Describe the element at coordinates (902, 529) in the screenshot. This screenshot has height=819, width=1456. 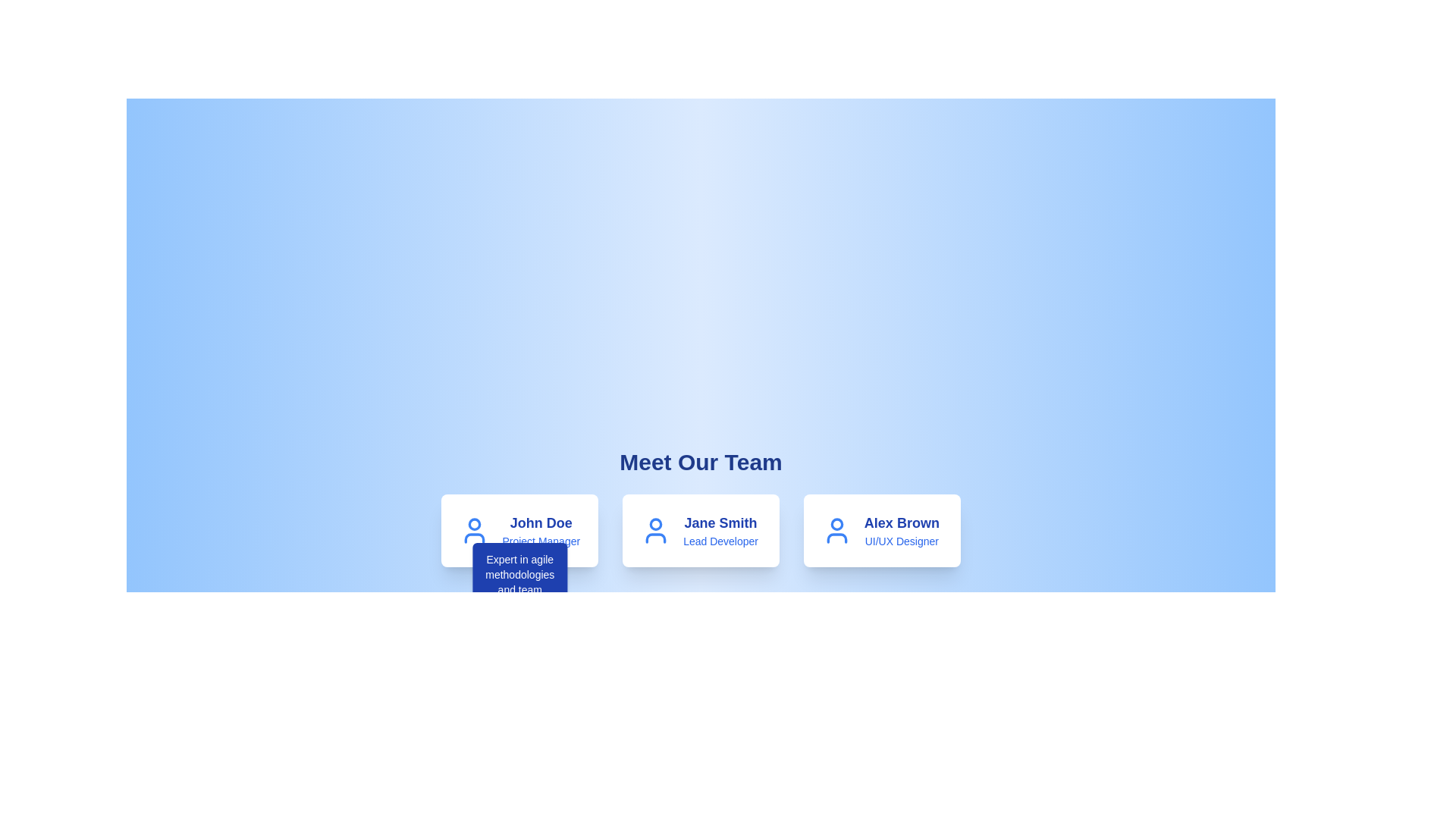
I see `the text content displaying the name and job title of a team member located in the third card from the left in the 'Meet Our Team' section, positioned under the person icon` at that location.